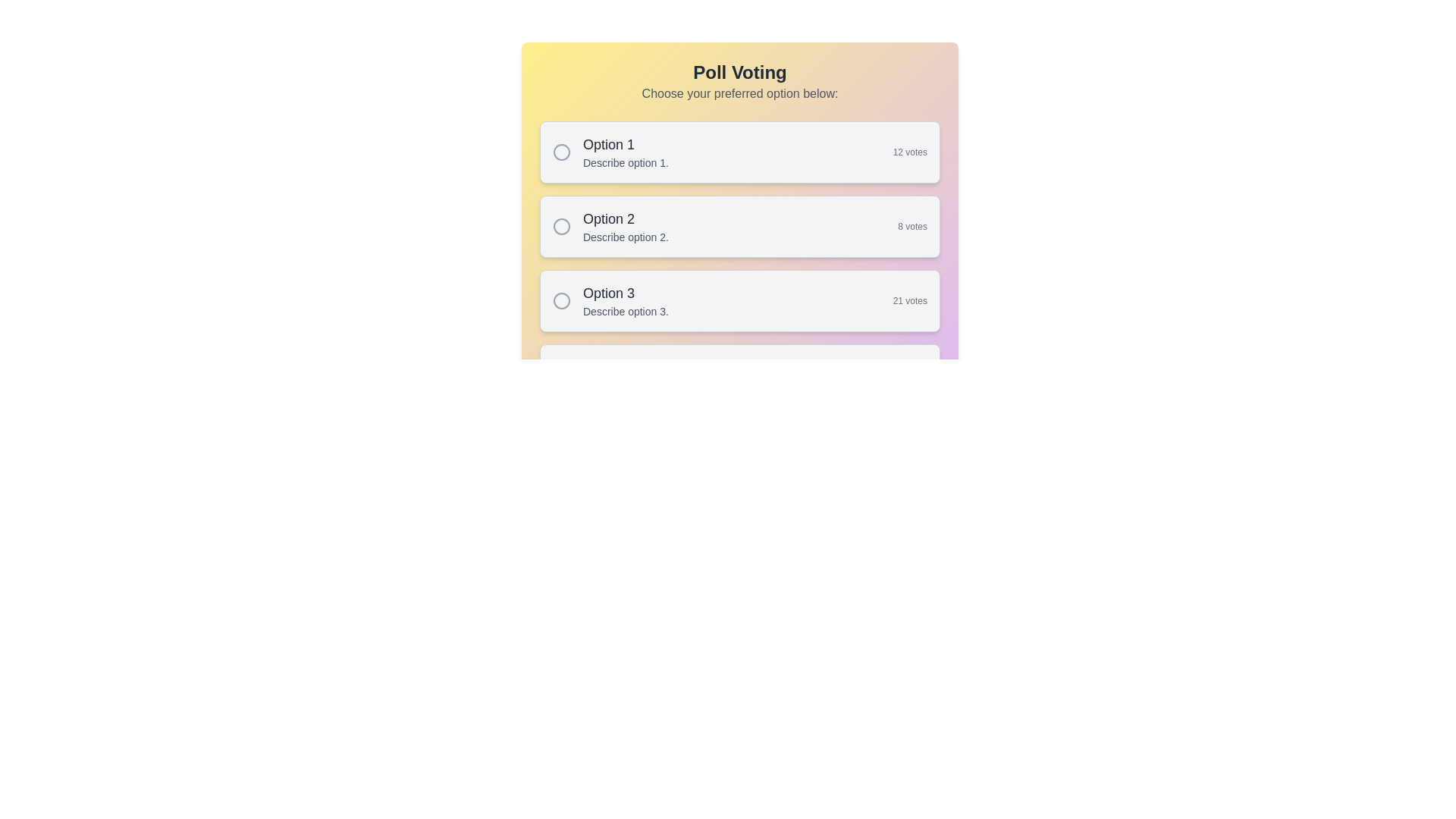 The height and width of the screenshot is (819, 1456). What do you see at coordinates (739, 152) in the screenshot?
I see `the radio button` at bounding box center [739, 152].